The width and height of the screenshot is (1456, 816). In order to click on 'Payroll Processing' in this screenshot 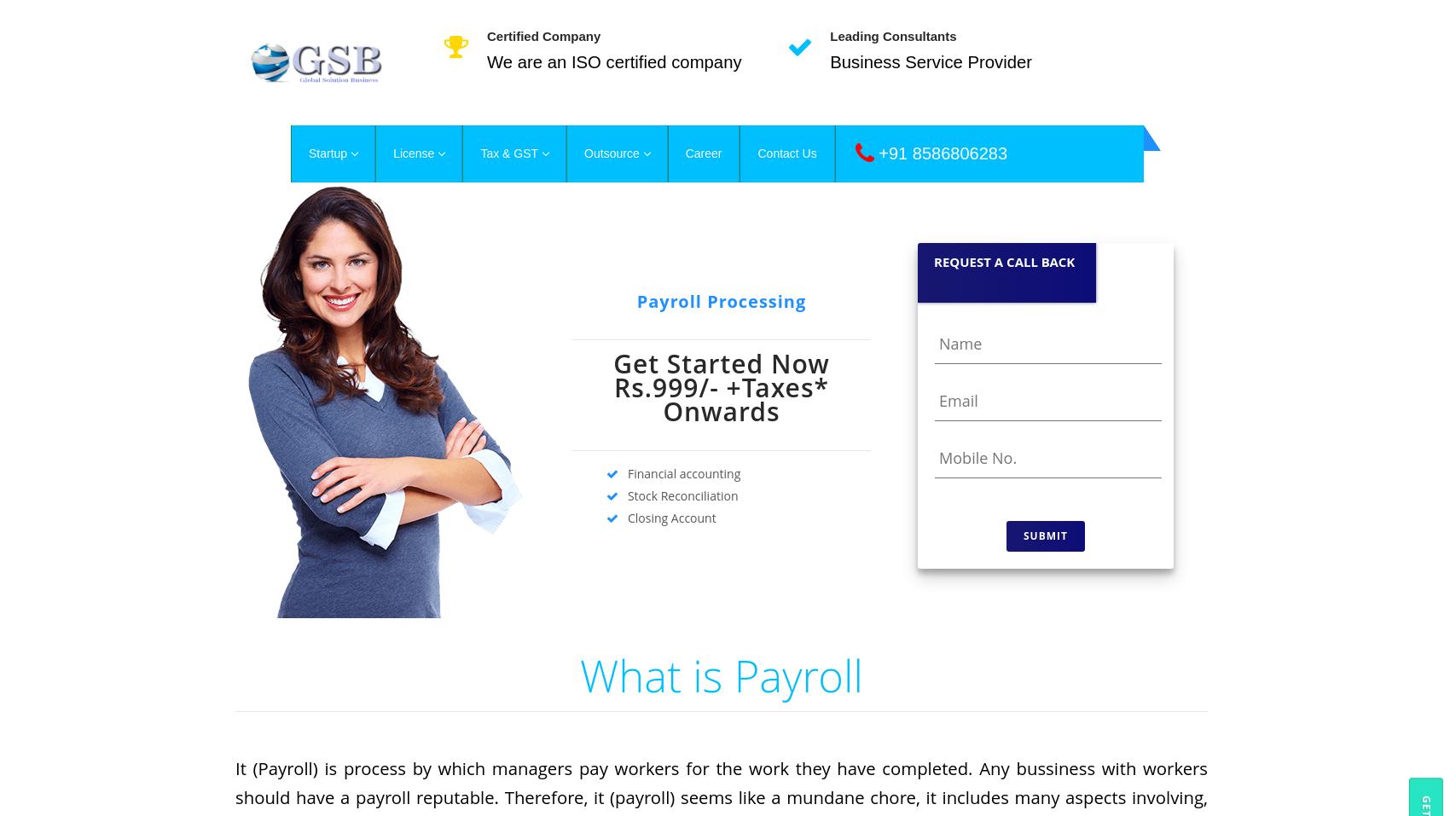, I will do `click(721, 300)`.